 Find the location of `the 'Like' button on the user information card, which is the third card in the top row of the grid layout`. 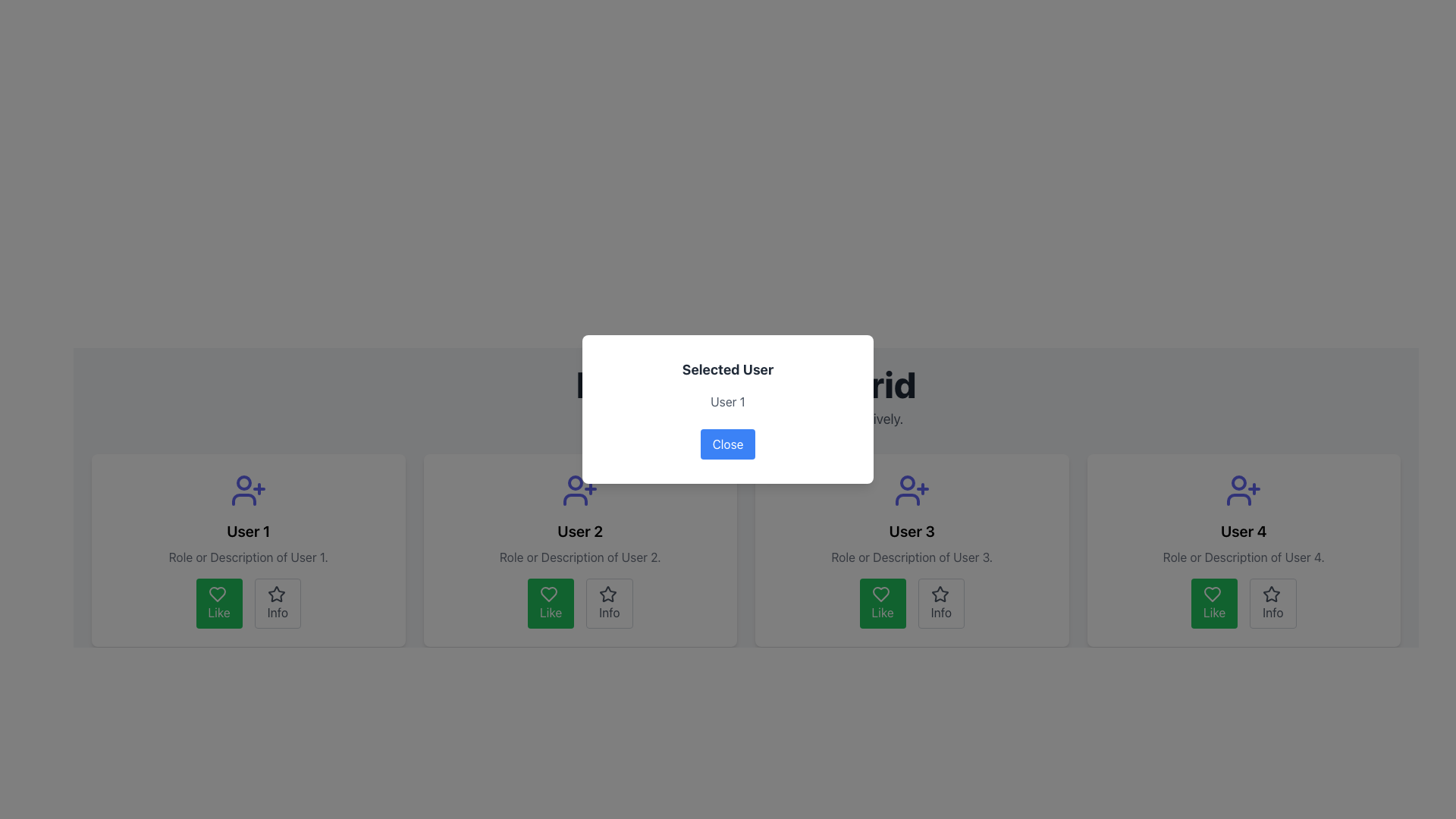

the 'Like' button on the user information card, which is the third card in the top row of the grid layout is located at coordinates (911, 550).